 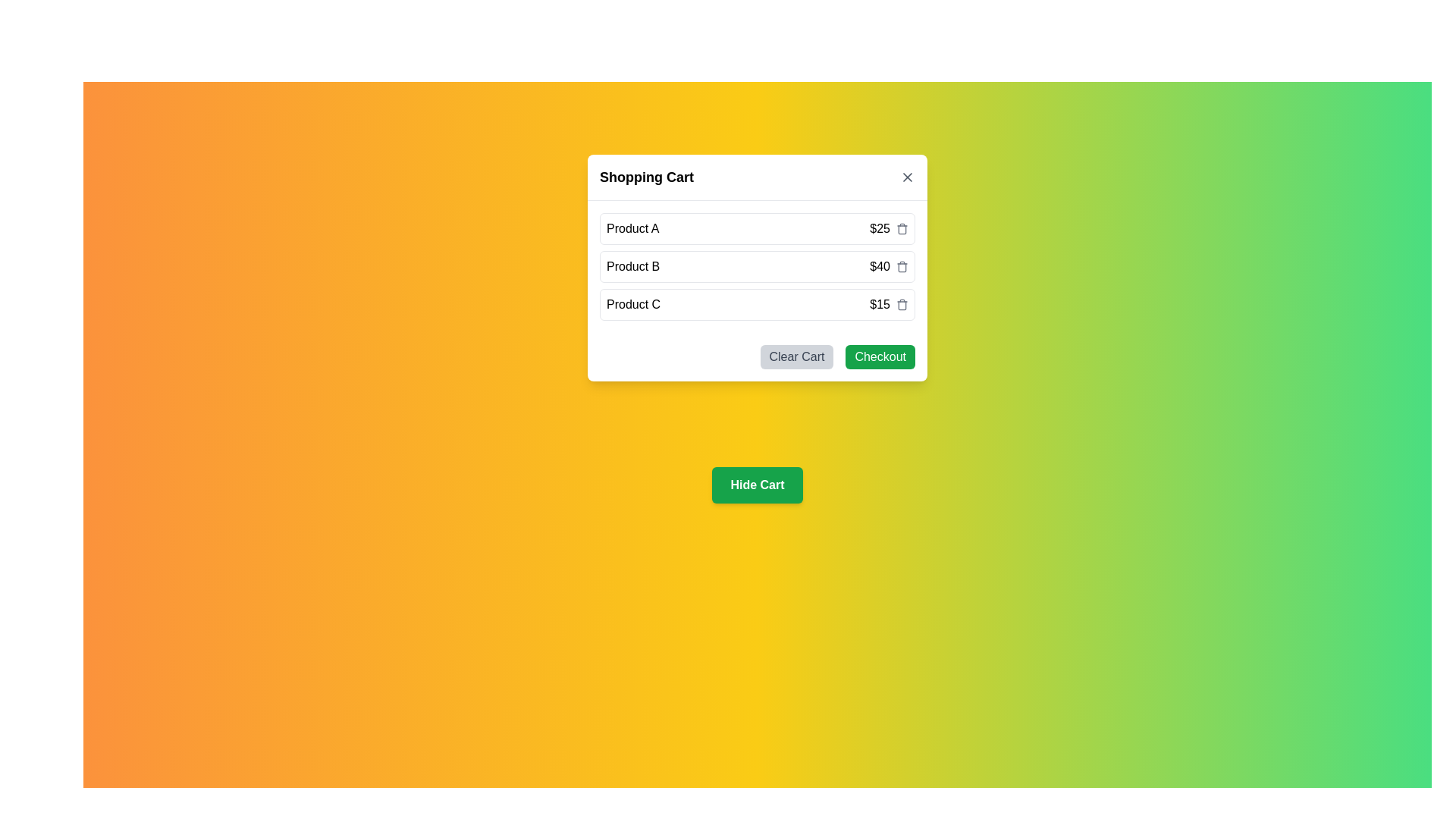 What do you see at coordinates (757, 228) in the screenshot?
I see `the price '$25' or the product name 'Product A' in the first item row of the shopping cart modal` at bounding box center [757, 228].